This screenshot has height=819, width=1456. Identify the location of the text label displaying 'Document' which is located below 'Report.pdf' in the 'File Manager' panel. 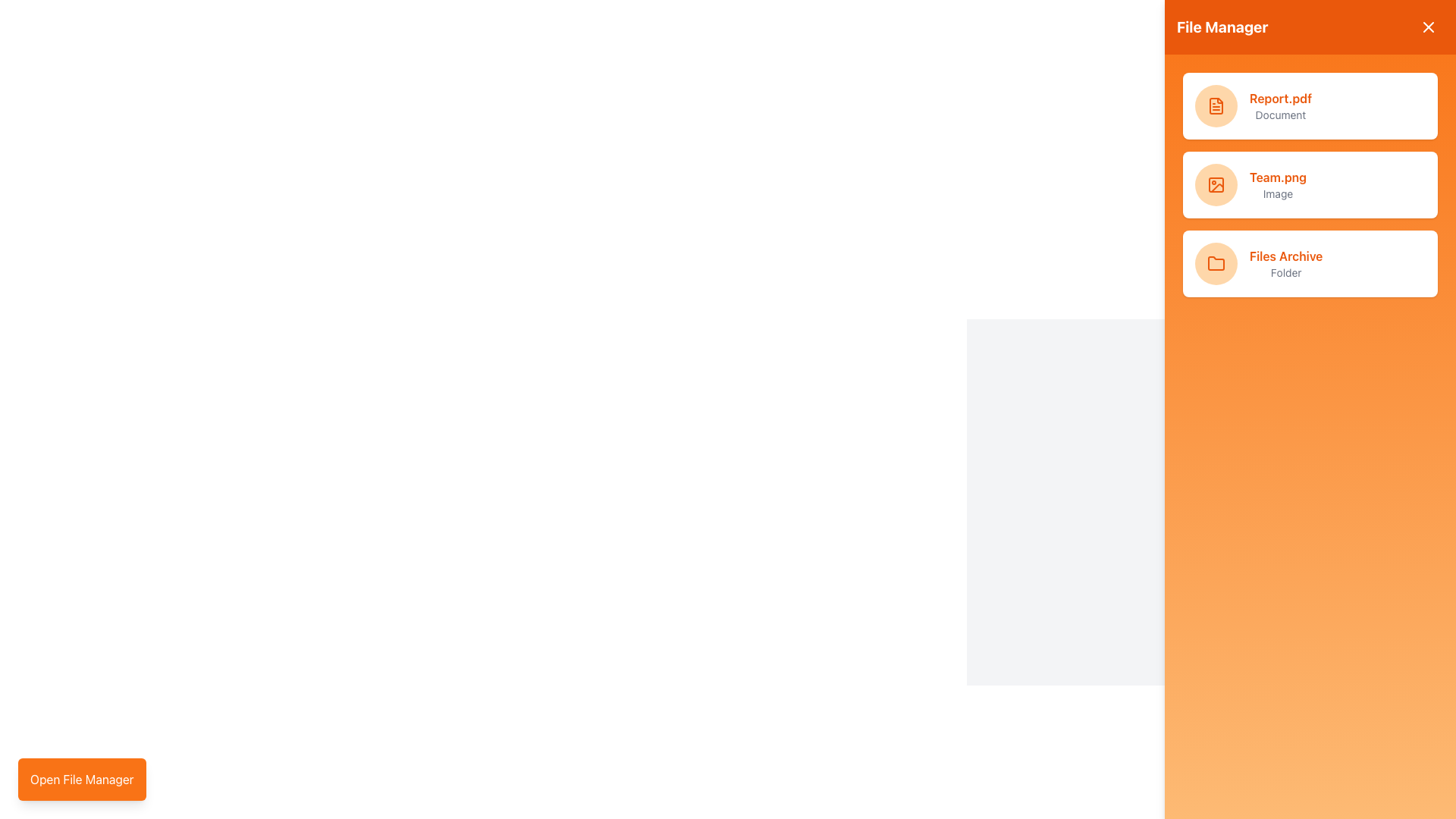
(1280, 114).